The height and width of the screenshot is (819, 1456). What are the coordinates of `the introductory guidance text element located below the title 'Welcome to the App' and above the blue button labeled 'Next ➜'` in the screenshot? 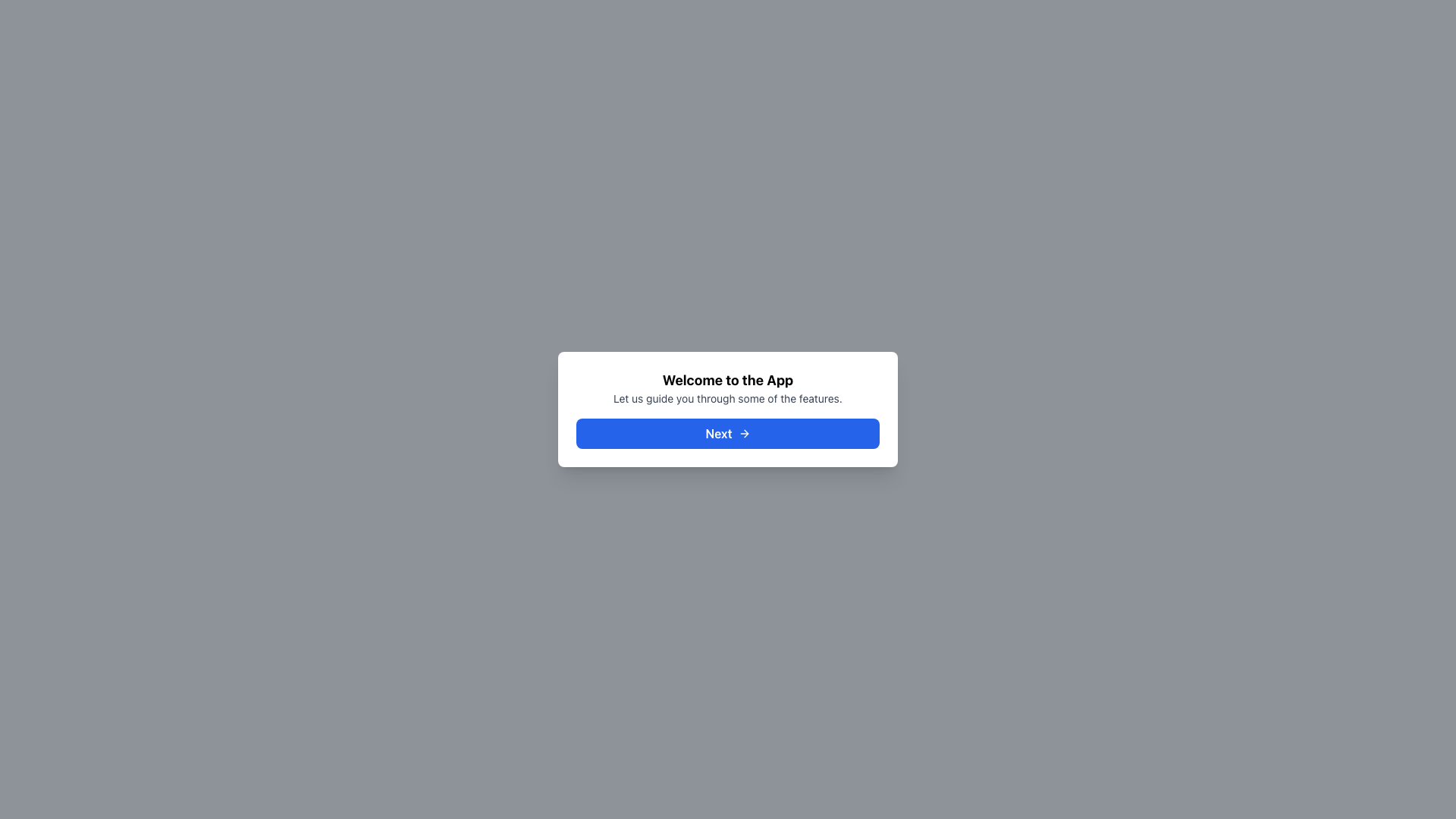 It's located at (728, 397).